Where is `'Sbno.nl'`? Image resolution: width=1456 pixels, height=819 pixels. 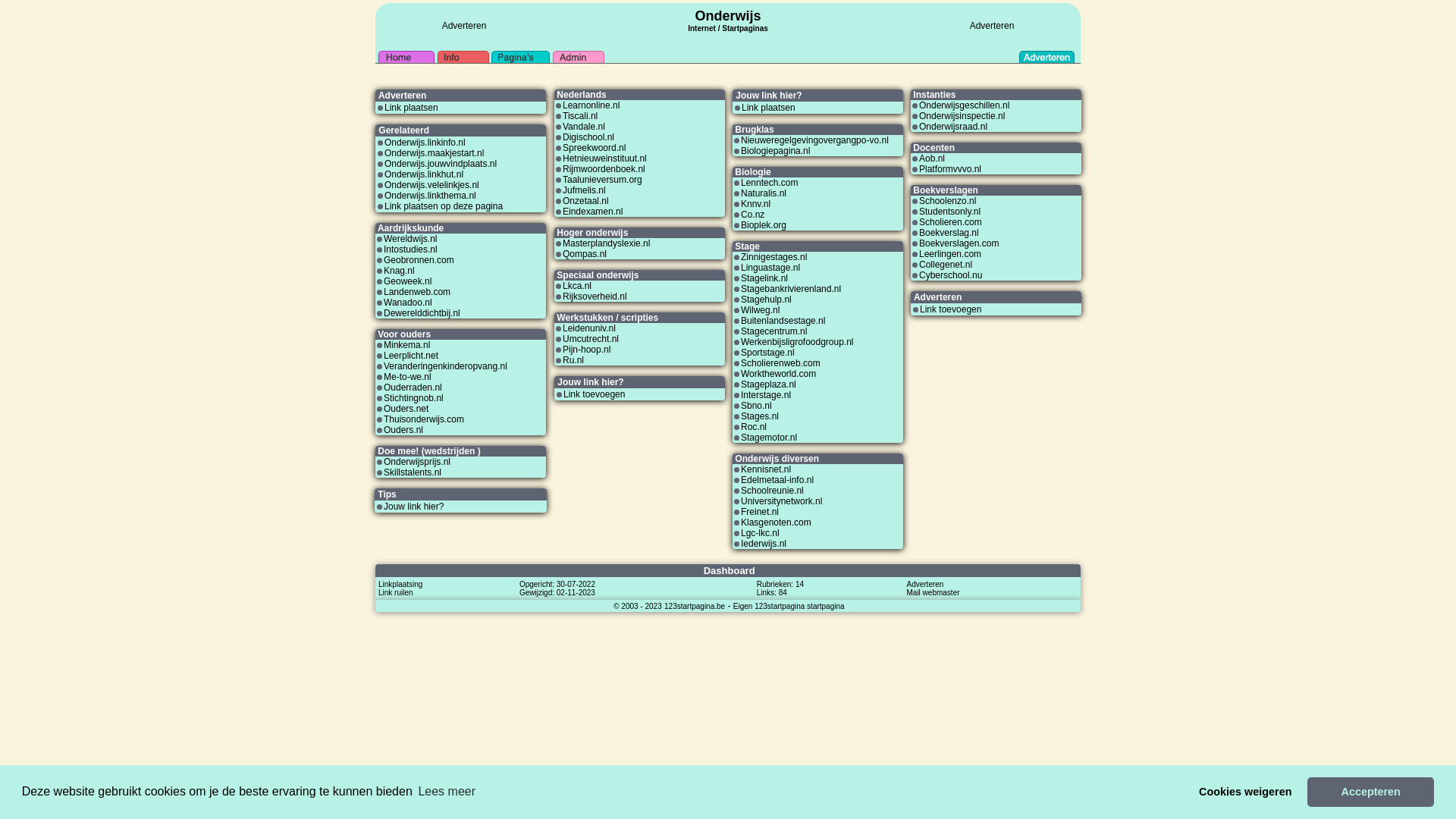 'Sbno.nl' is located at coordinates (756, 405).